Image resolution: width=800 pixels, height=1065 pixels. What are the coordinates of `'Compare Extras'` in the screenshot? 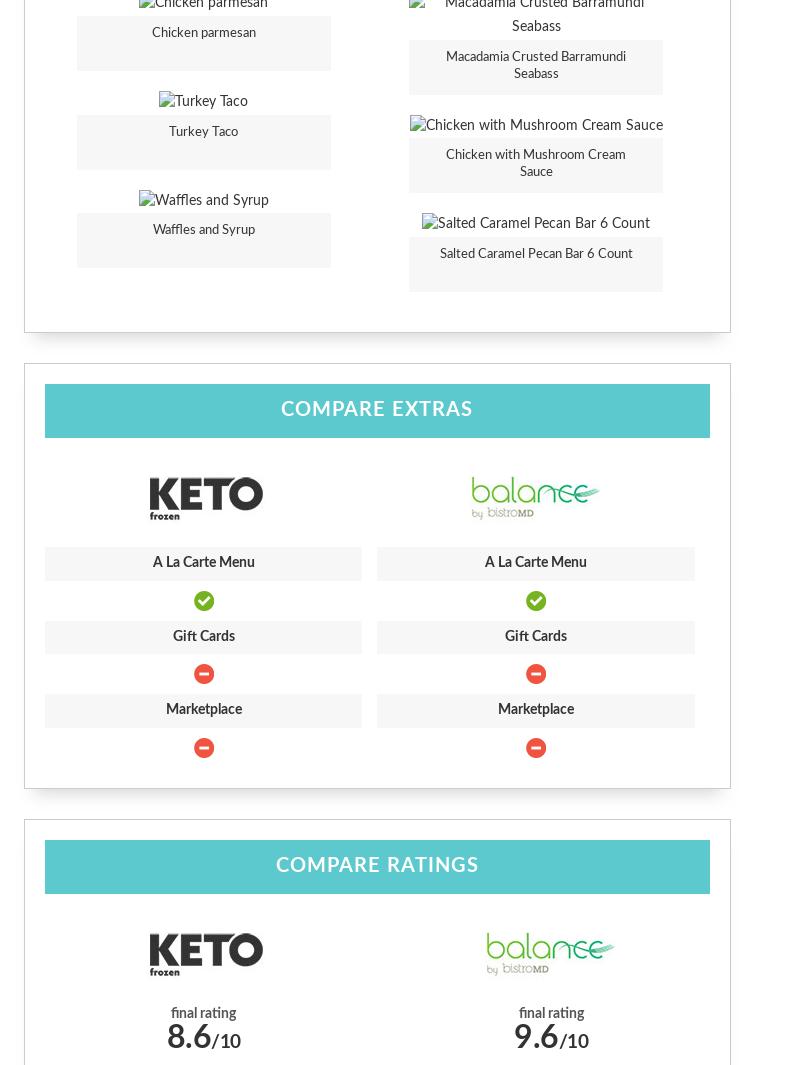 It's located at (376, 409).